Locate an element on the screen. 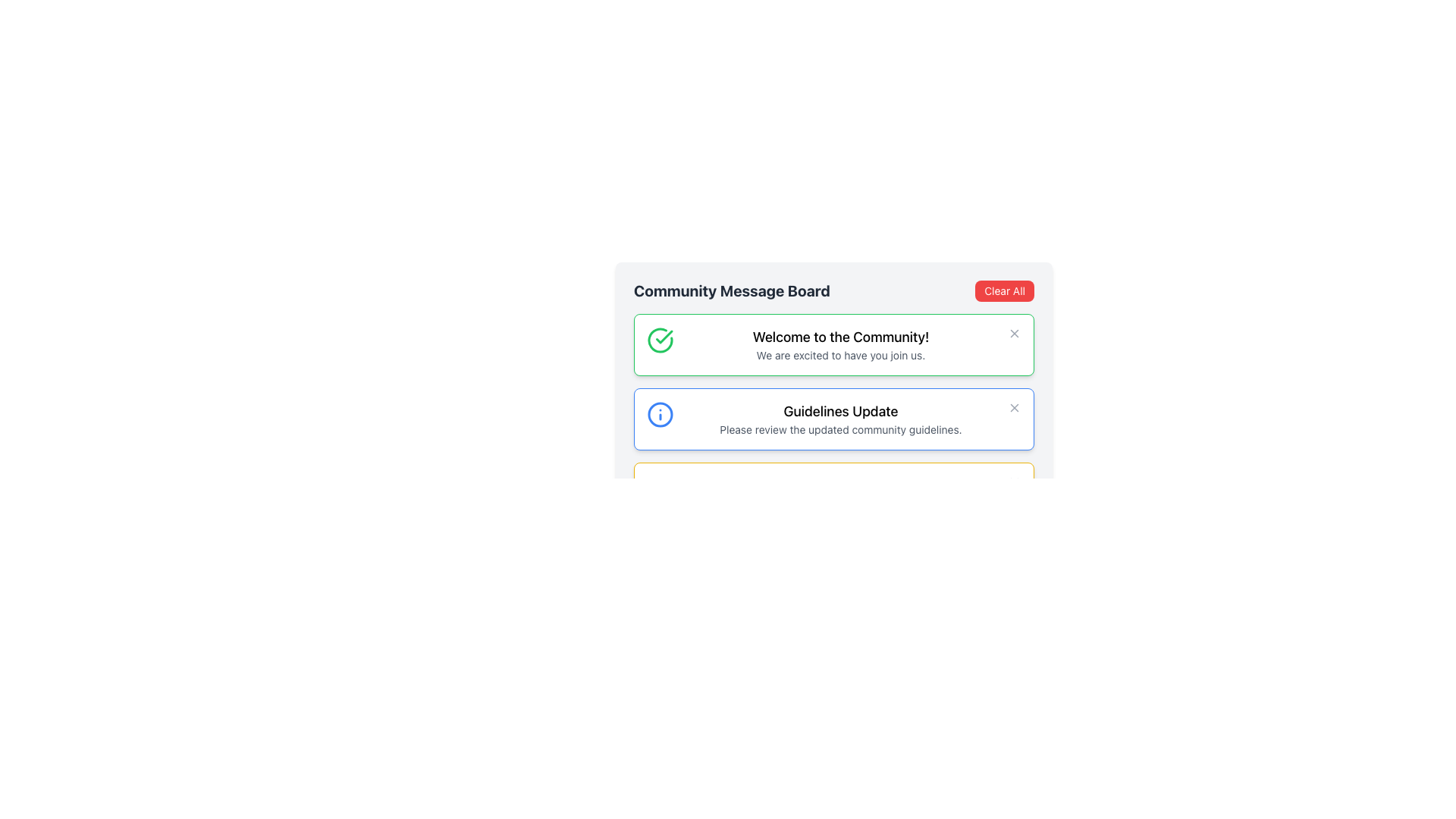 The height and width of the screenshot is (819, 1456). the static text element reading 'We are excited to have you join us.' which is styled with a smaller font size and gray color, located directly below the heading 'Welcome to the Community!' within a notification card is located at coordinates (839, 356).